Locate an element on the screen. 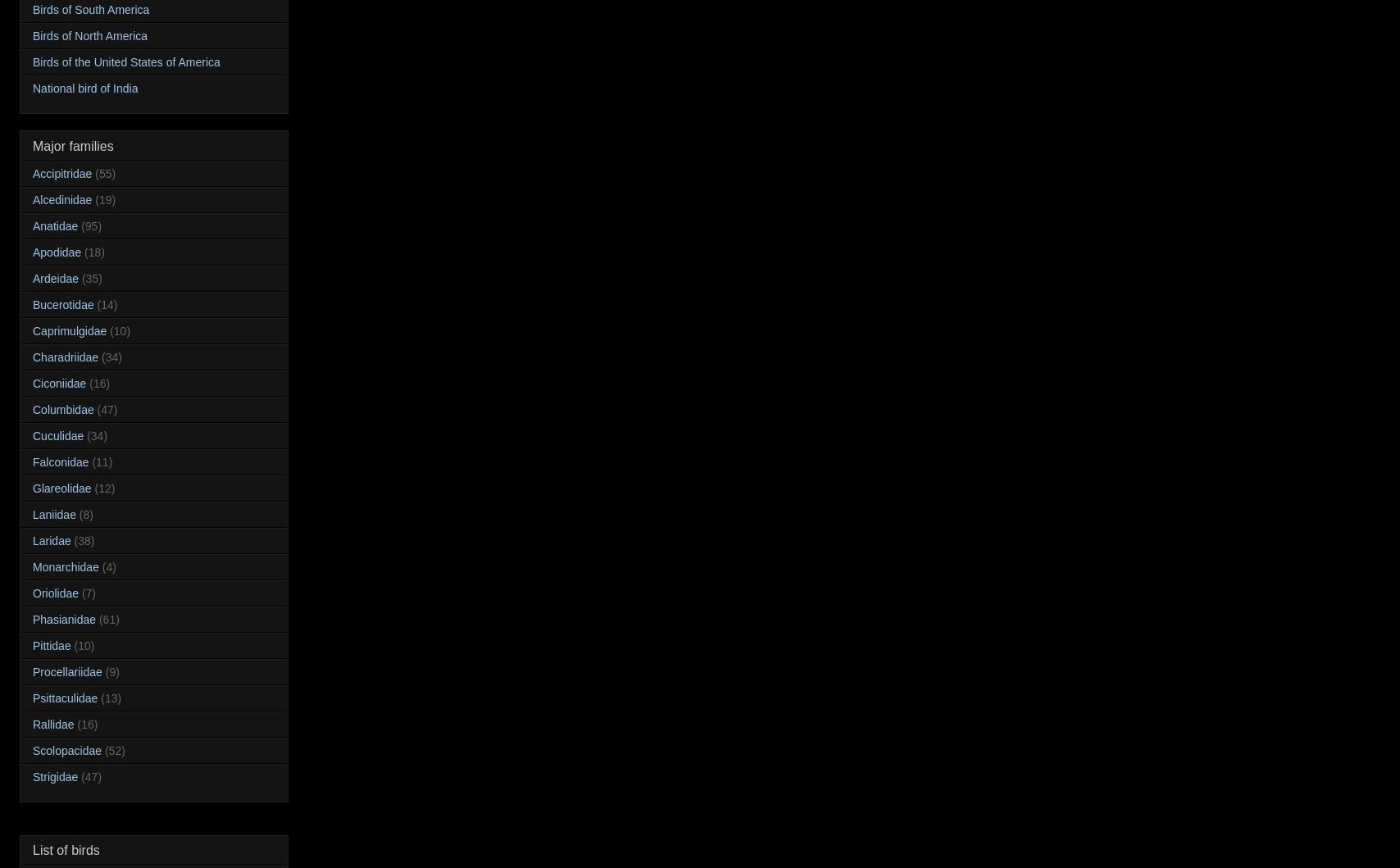  'National bird of India' is located at coordinates (85, 88).